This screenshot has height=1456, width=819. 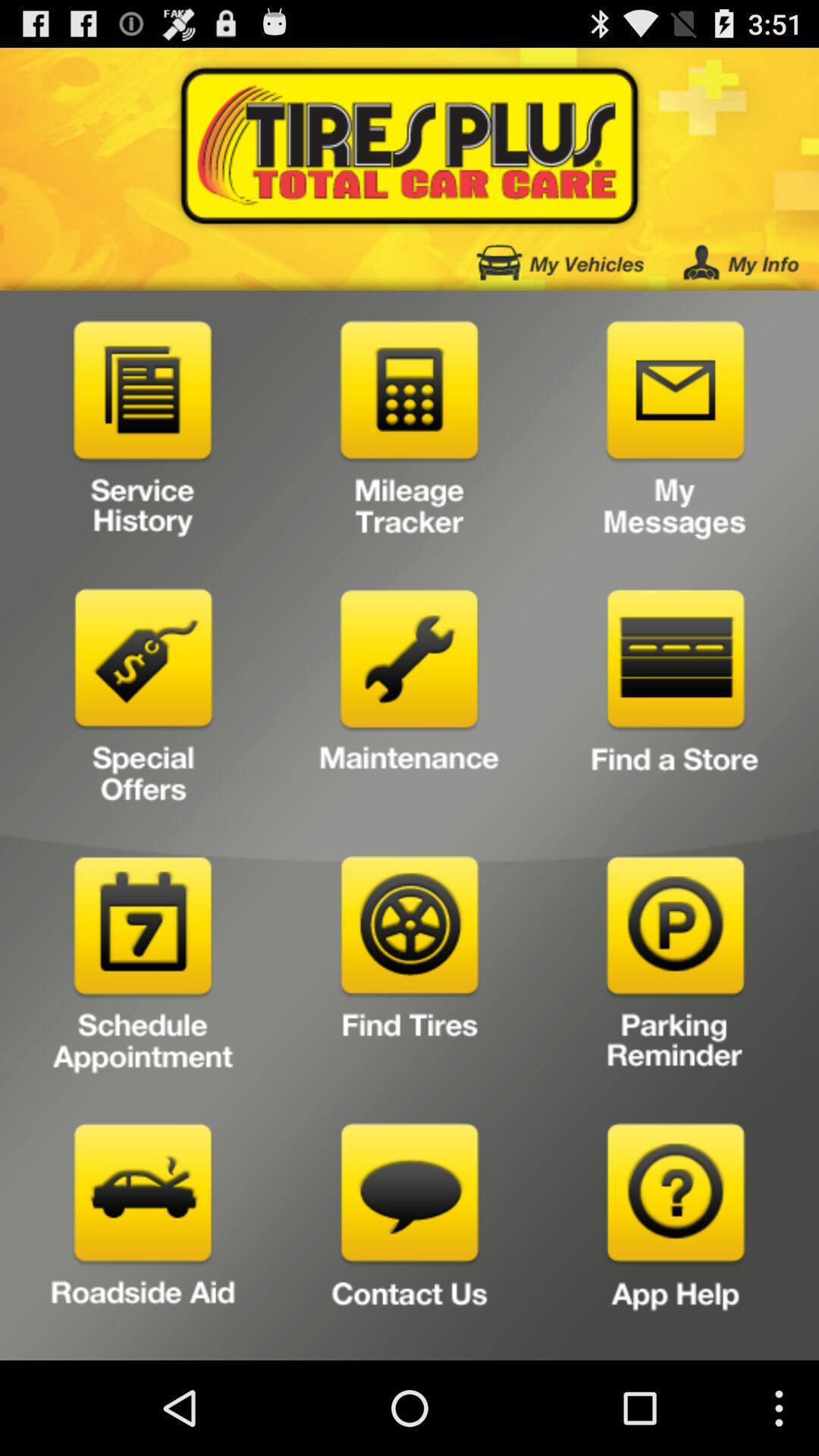 What do you see at coordinates (409, 1236) in the screenshot?
I see `choose contact icon` at bounding box center [409, 1236].